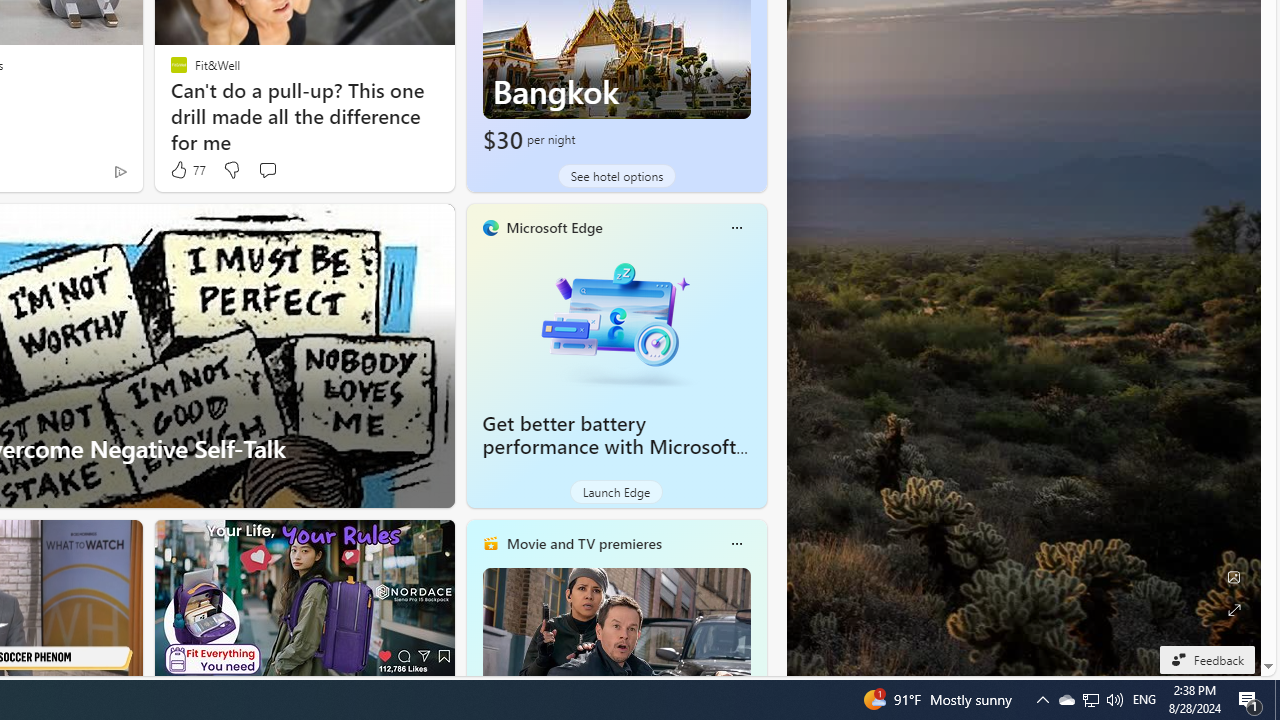 This screenshot has height=720, width=1280. Describe the element at coordinates (186, 169) in the screenshot. I see `'77 Like'` at that location.